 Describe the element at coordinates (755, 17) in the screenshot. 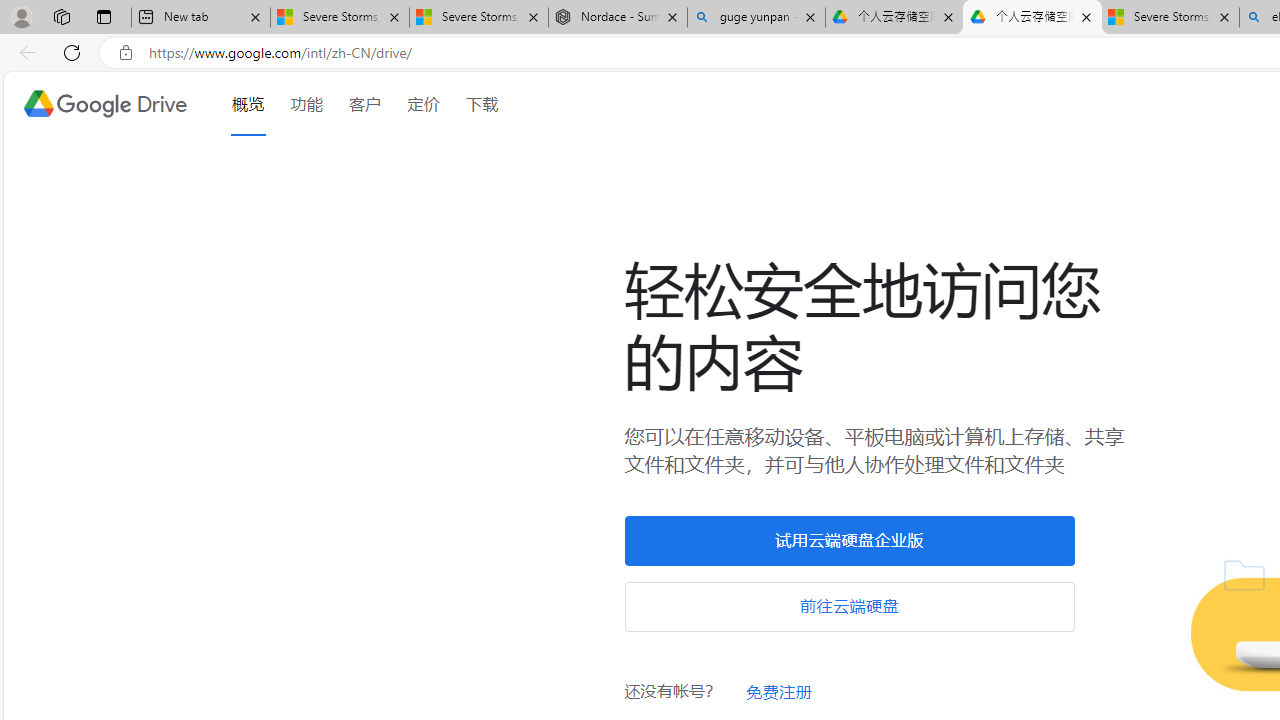

I see `'guge yunpan - Search'` at that location.